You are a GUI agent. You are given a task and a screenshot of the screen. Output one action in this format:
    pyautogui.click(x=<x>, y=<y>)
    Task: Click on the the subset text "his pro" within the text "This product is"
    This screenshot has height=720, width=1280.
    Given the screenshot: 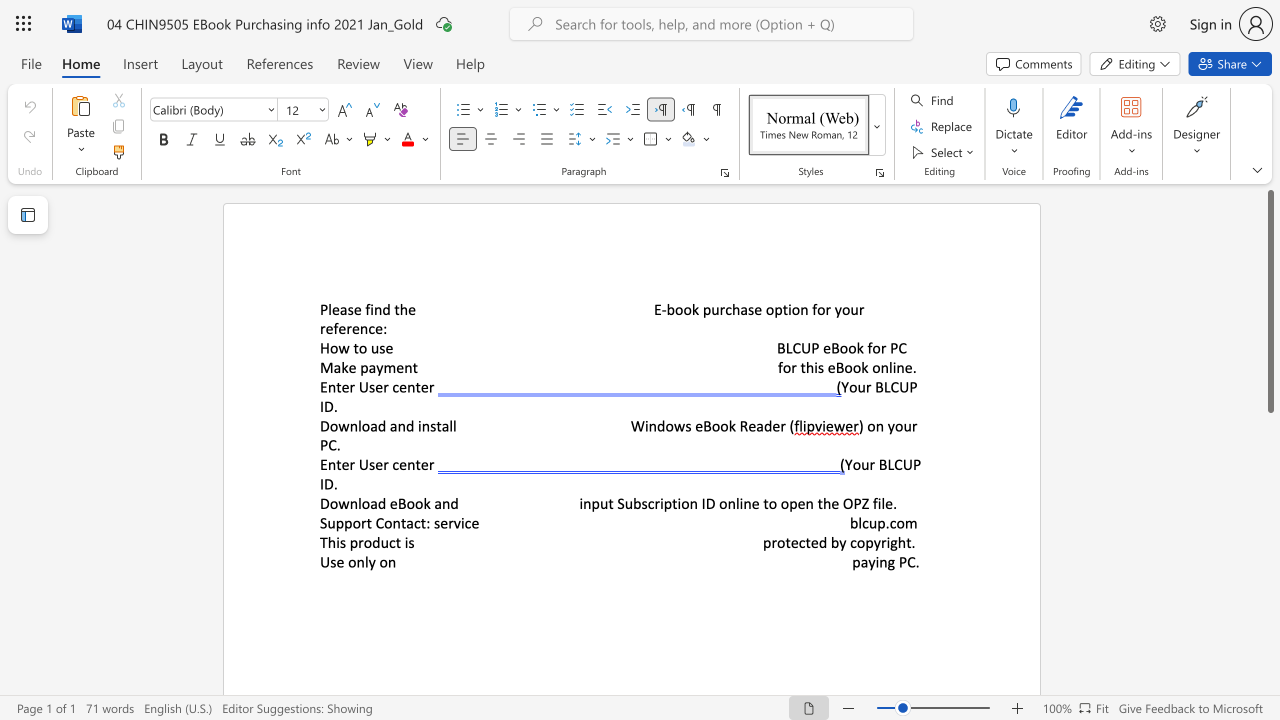 What is the action you would take?
    pyautogui.click(x=327, y=542)
    